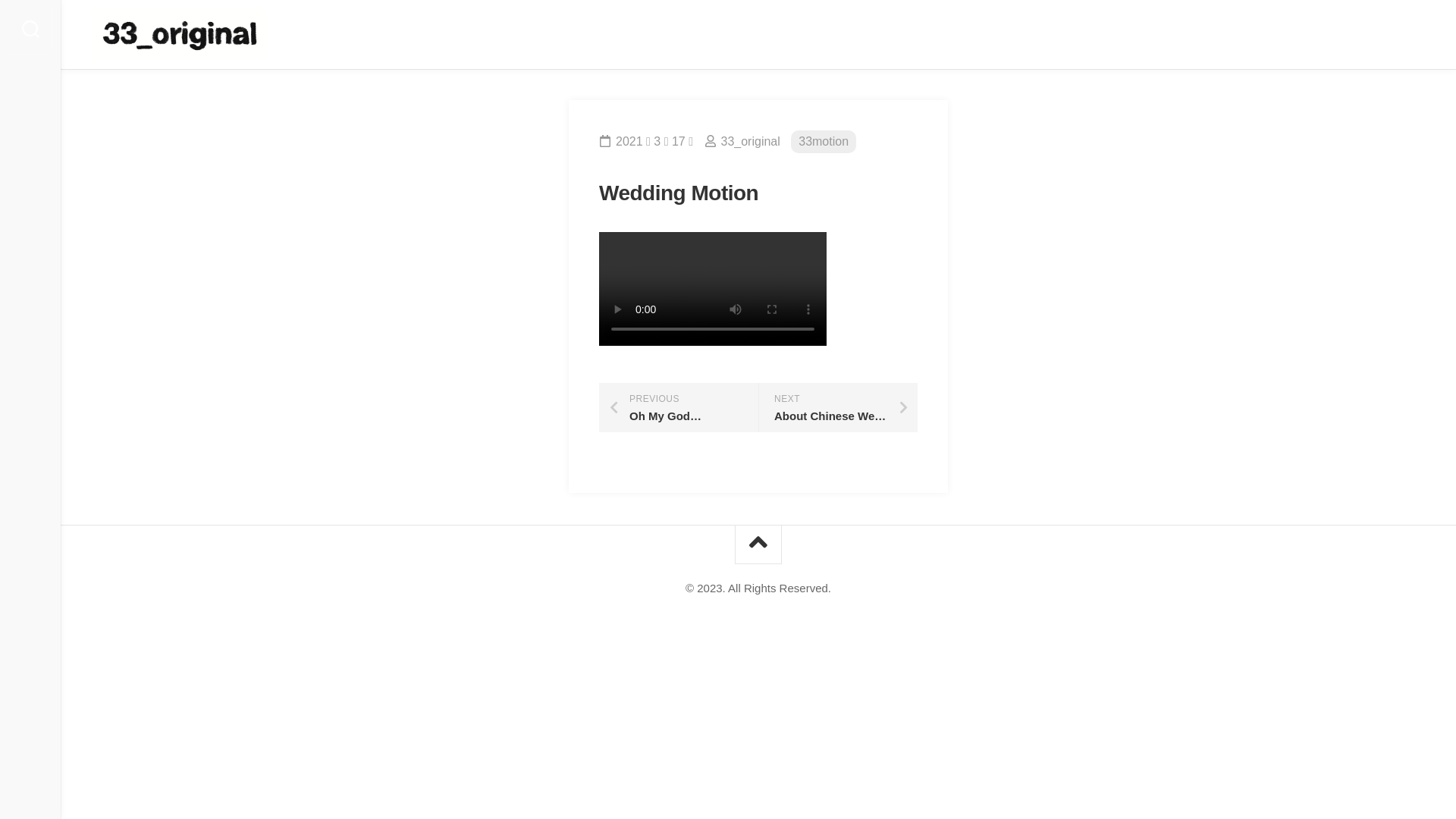 Image resolution: width=1456 pixels, height=819 pixels. I want to click on '33motion', so click(822, 142).